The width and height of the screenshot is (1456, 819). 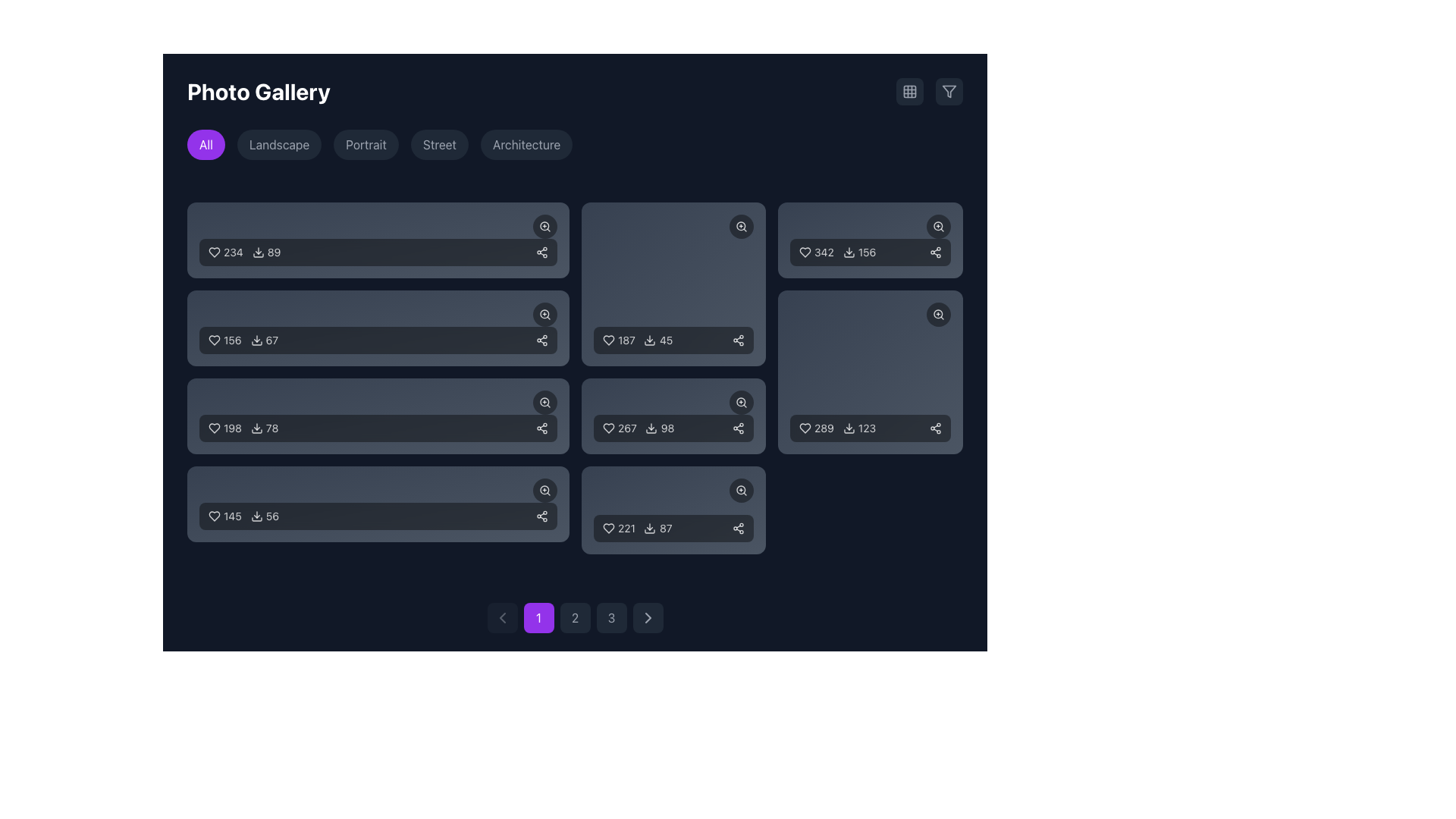 What do you see at coordinates (544, 491) in the screenshot?
I see `the magnifying glass icon button with a '+' sign at its center to zoom in, located in the bottom row of the grid layout within the gray button area` at bounding box center [544, 491].